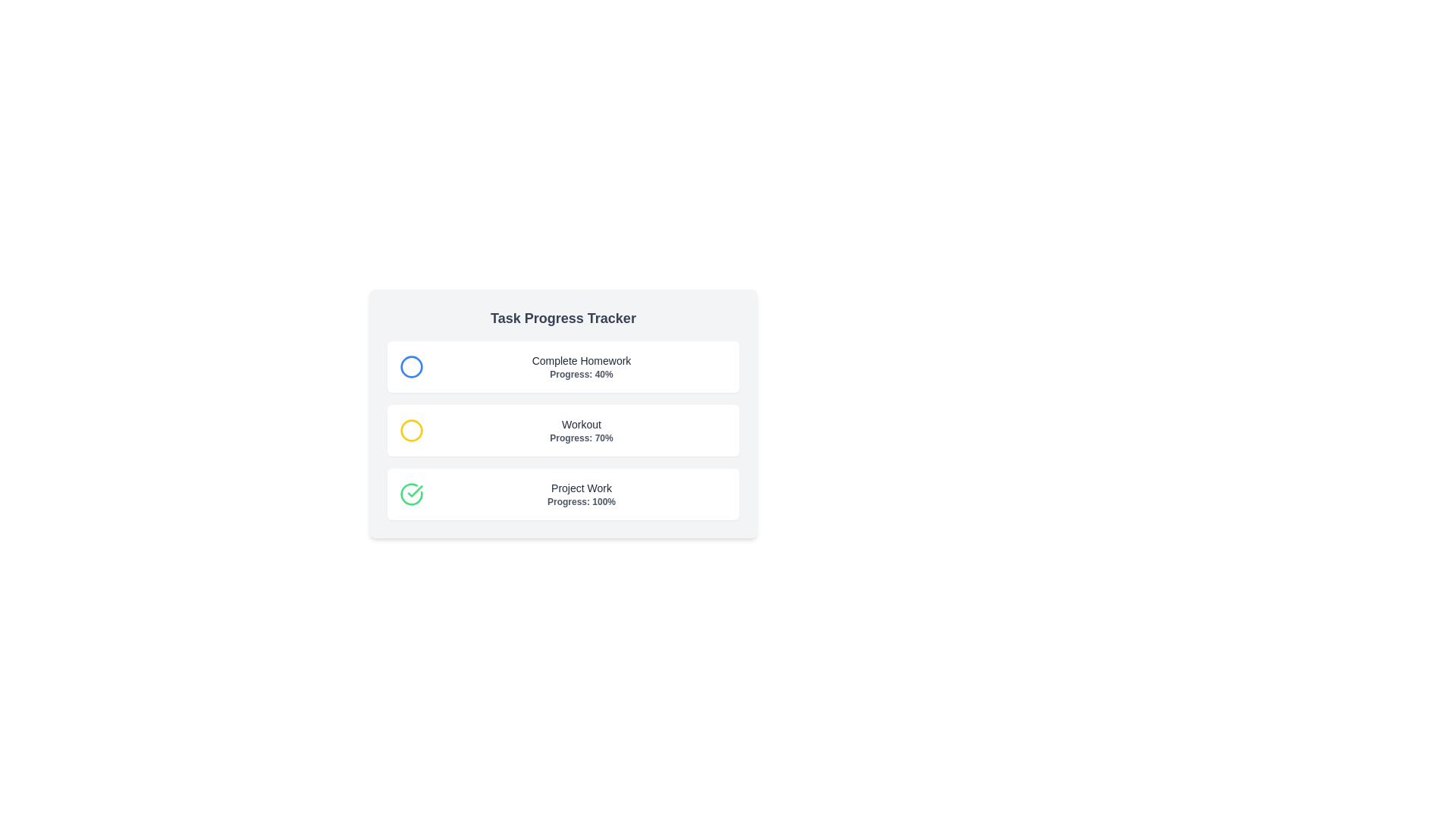  Describe the element at coordinates (581, 430) in the screenshot. I see `the Label element displaying 'Workout' and 'Progress: 70%' which is the second item in the list of progress items` at that location.